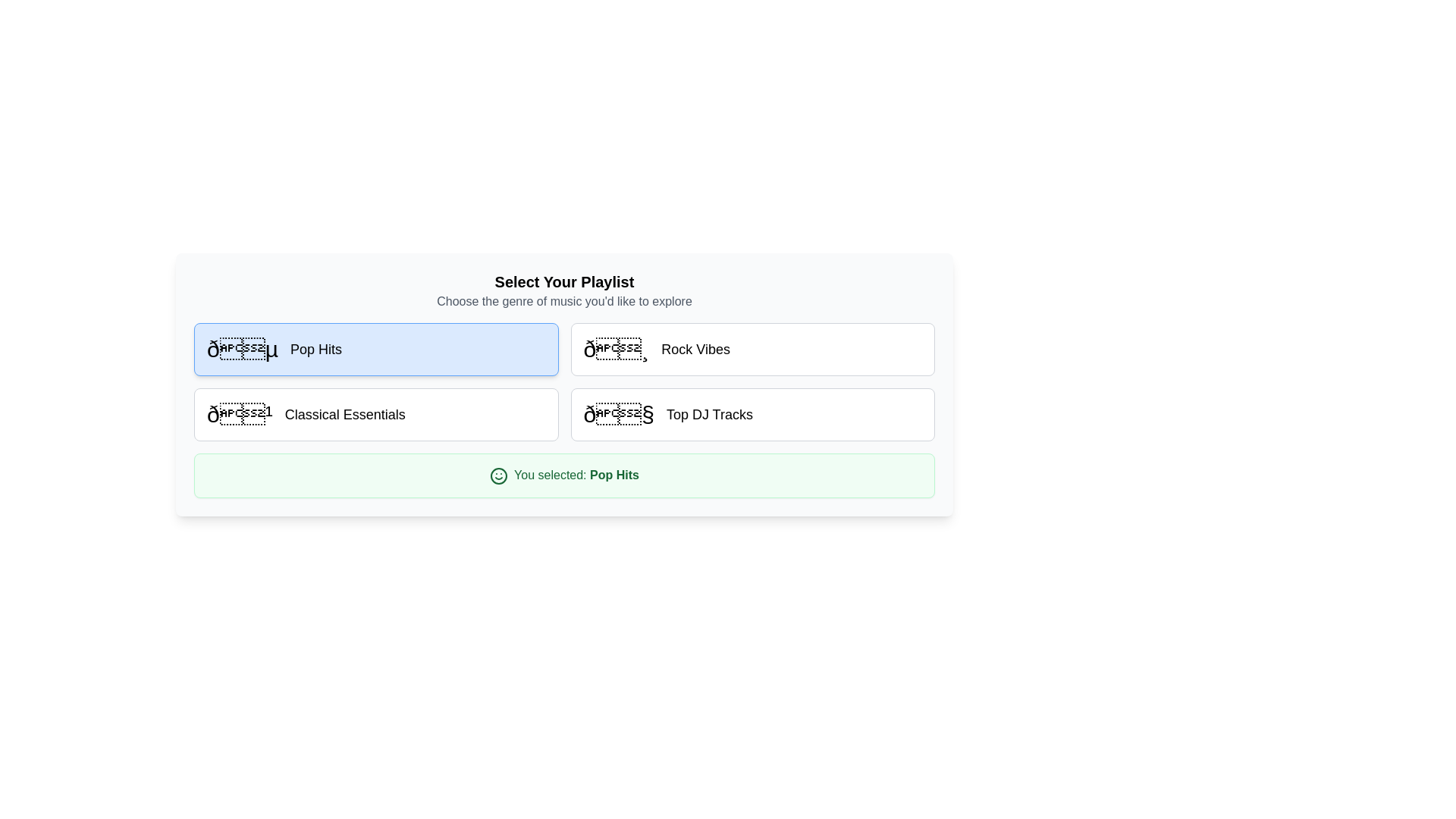 The width and height of the screenshot is (1456, 819). I want to click on the rectangular button labeled 'Top DJ Tracks' which contains a musical equipment emoji, located in the bottom-right corner of the playlist options grid, so click(752, 415).